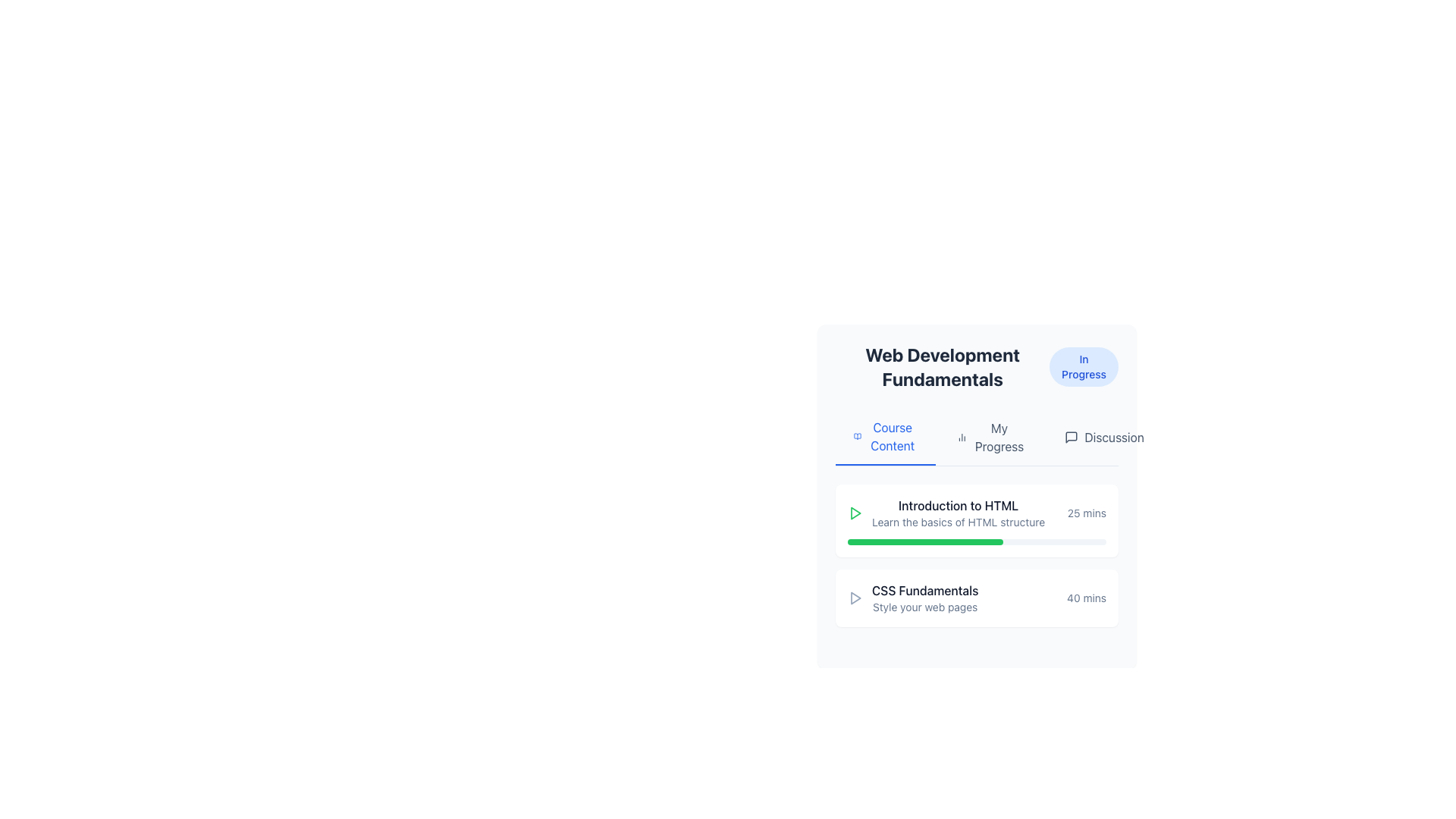 The height and width of the screenshot is (819, 1456). Describe the element at coordinates (858, 436) in the screenshot. I see `the 'Course Content' icon located at the top-left corner of the 'Course Content' tab component` at that location.